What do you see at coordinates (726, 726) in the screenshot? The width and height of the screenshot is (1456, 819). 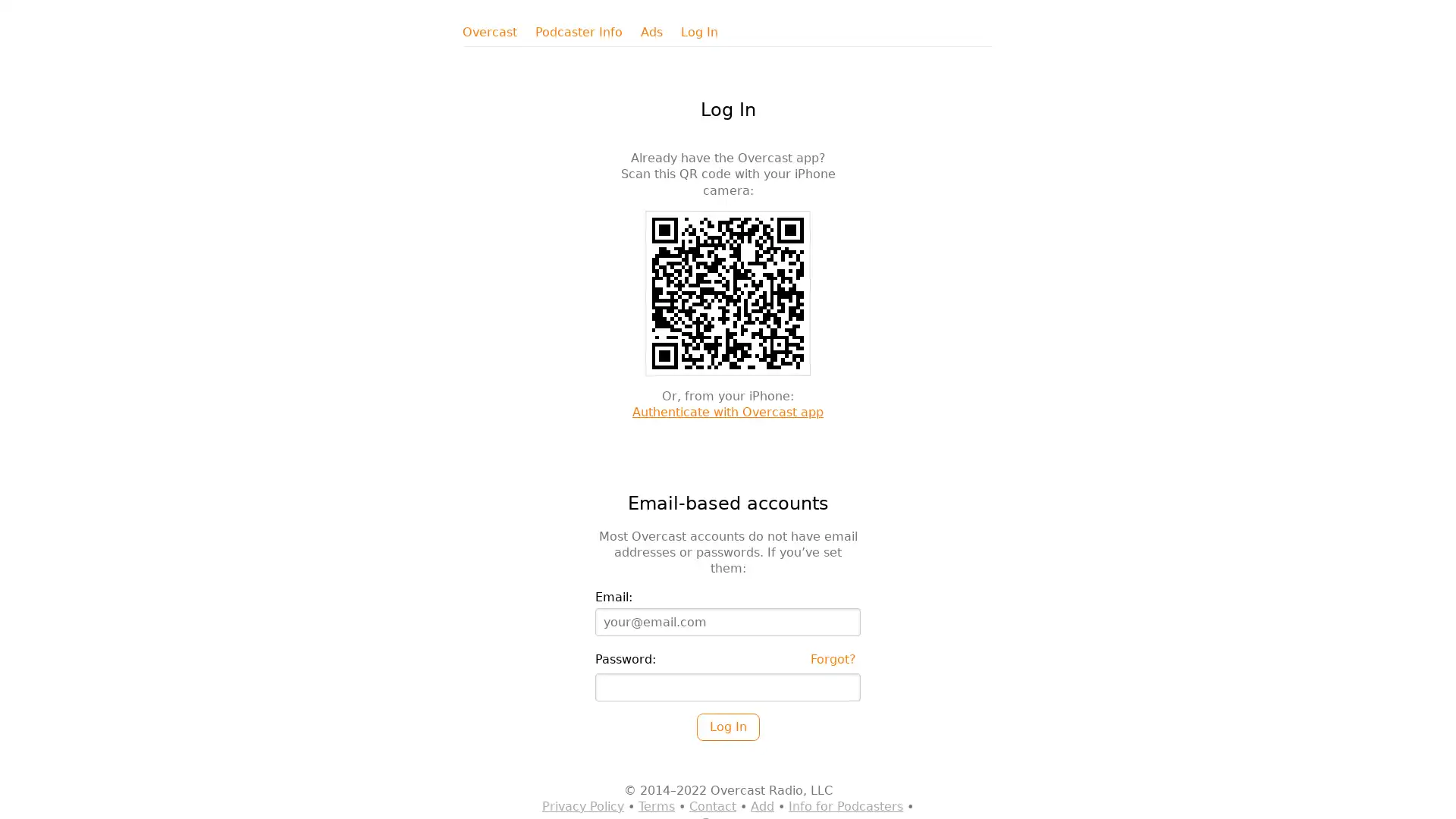 I see `Log In` at bounding box center [726, 726].